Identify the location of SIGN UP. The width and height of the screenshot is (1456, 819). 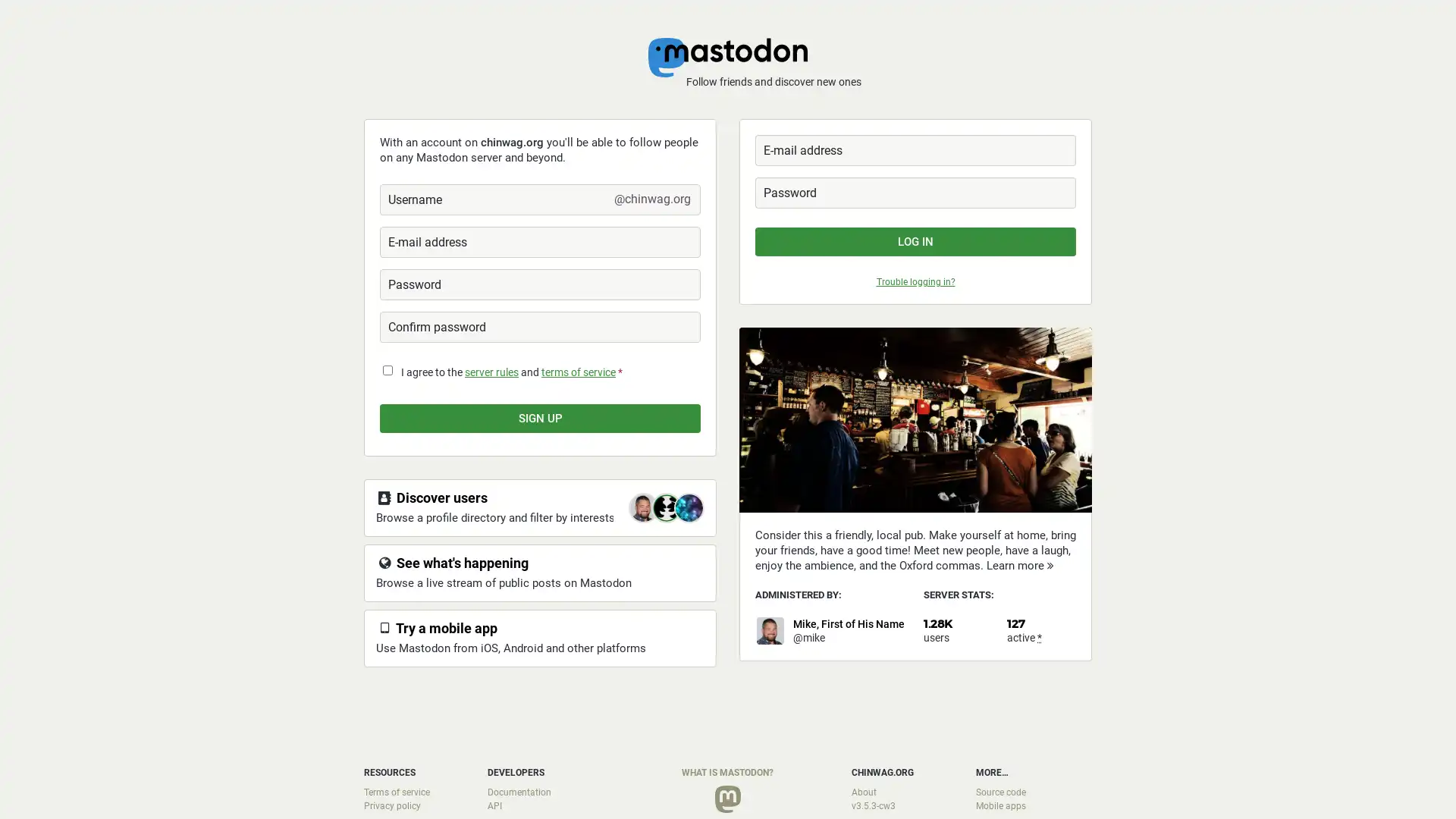
(540, 418).